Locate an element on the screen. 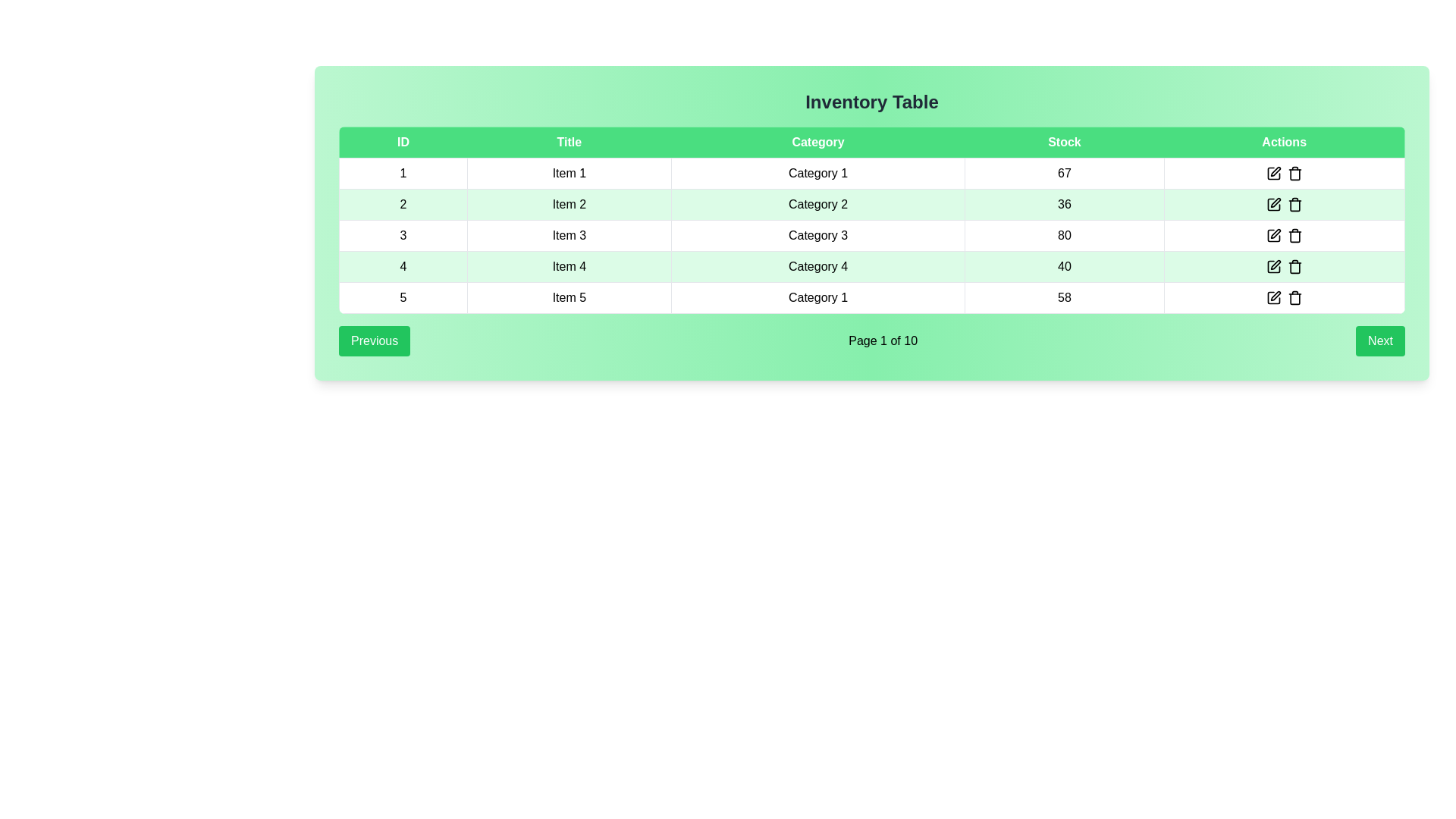 This screenshot has height=819, width=1456. the table cell displaying the title of the item is located at coordinates (568, 236).